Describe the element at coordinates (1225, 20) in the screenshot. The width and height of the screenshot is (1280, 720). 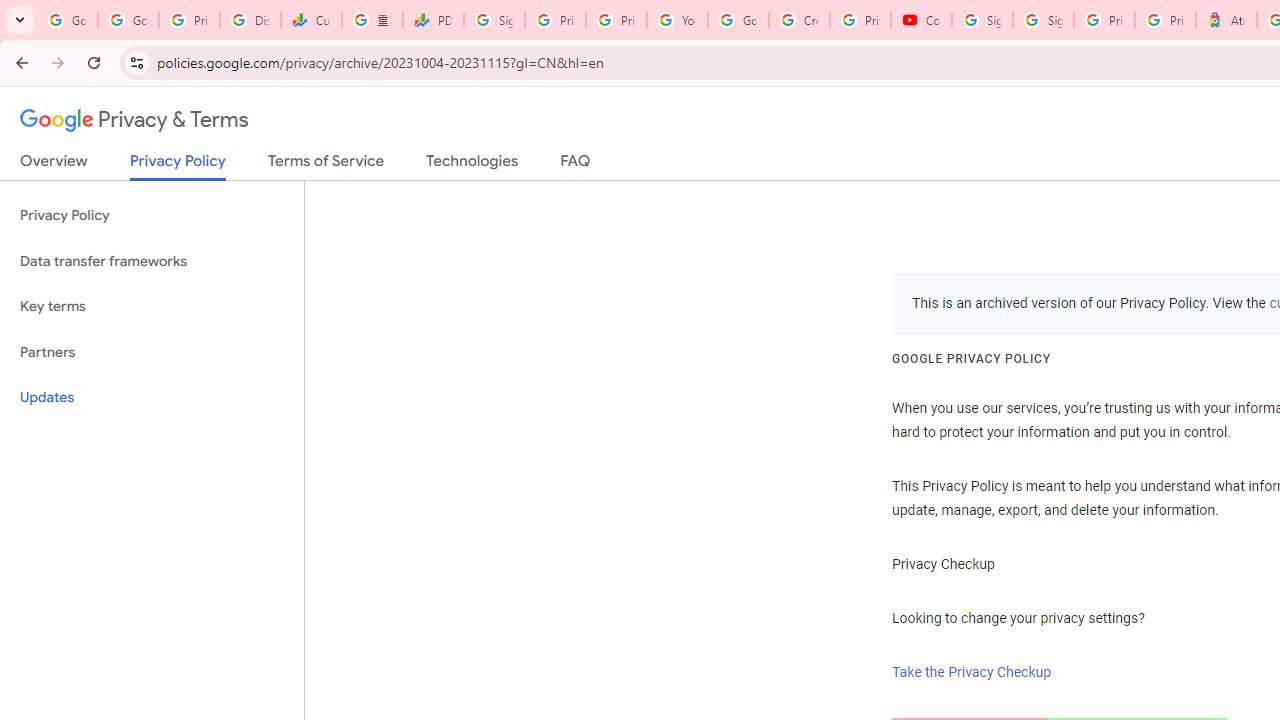
I see `'Atour Hotel - Google hotels'` at that location.